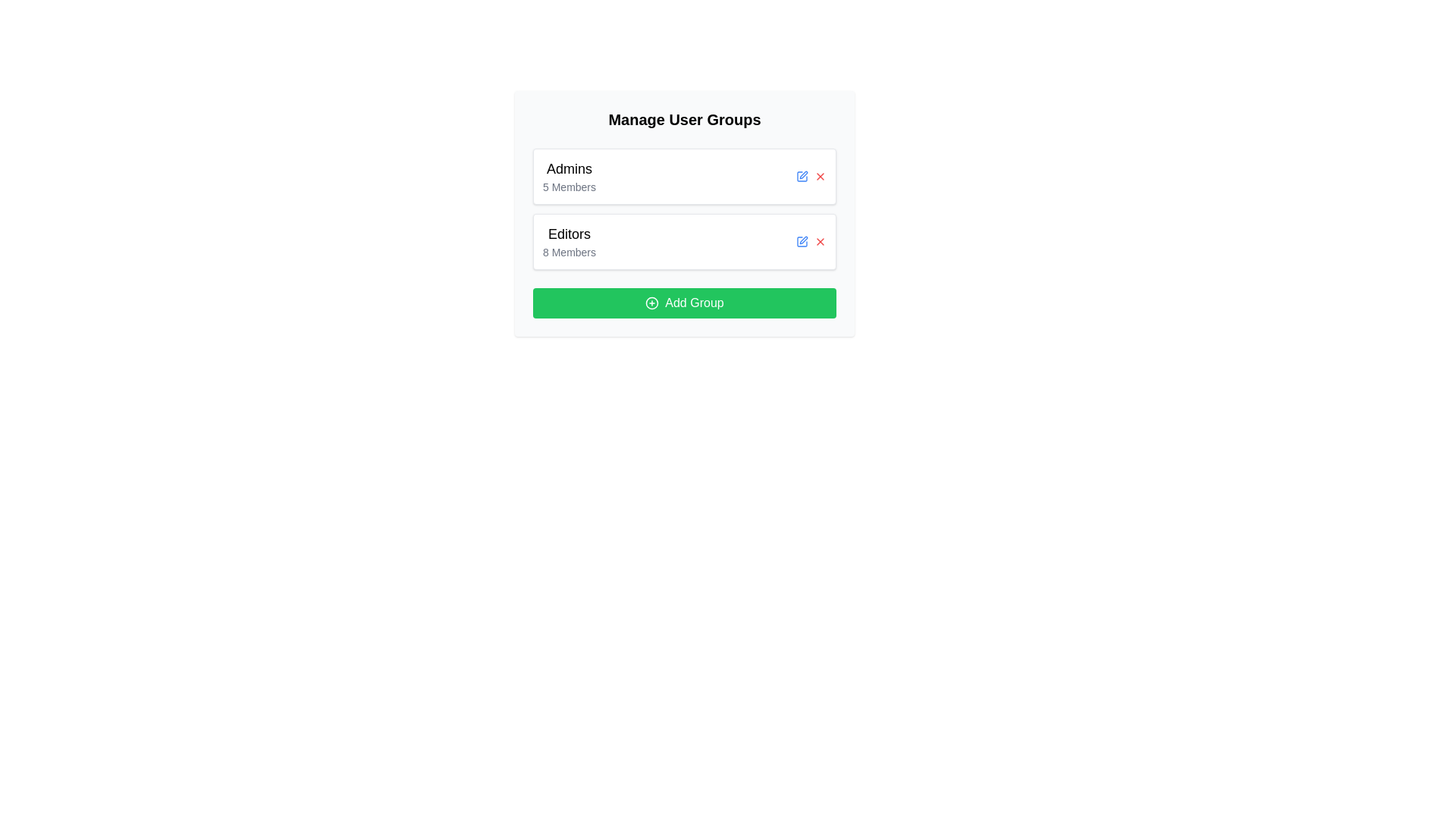 This screenshot has height=819, width=1456. I want to click on the edit button for the 'Editors' user group, so click(803, 174).